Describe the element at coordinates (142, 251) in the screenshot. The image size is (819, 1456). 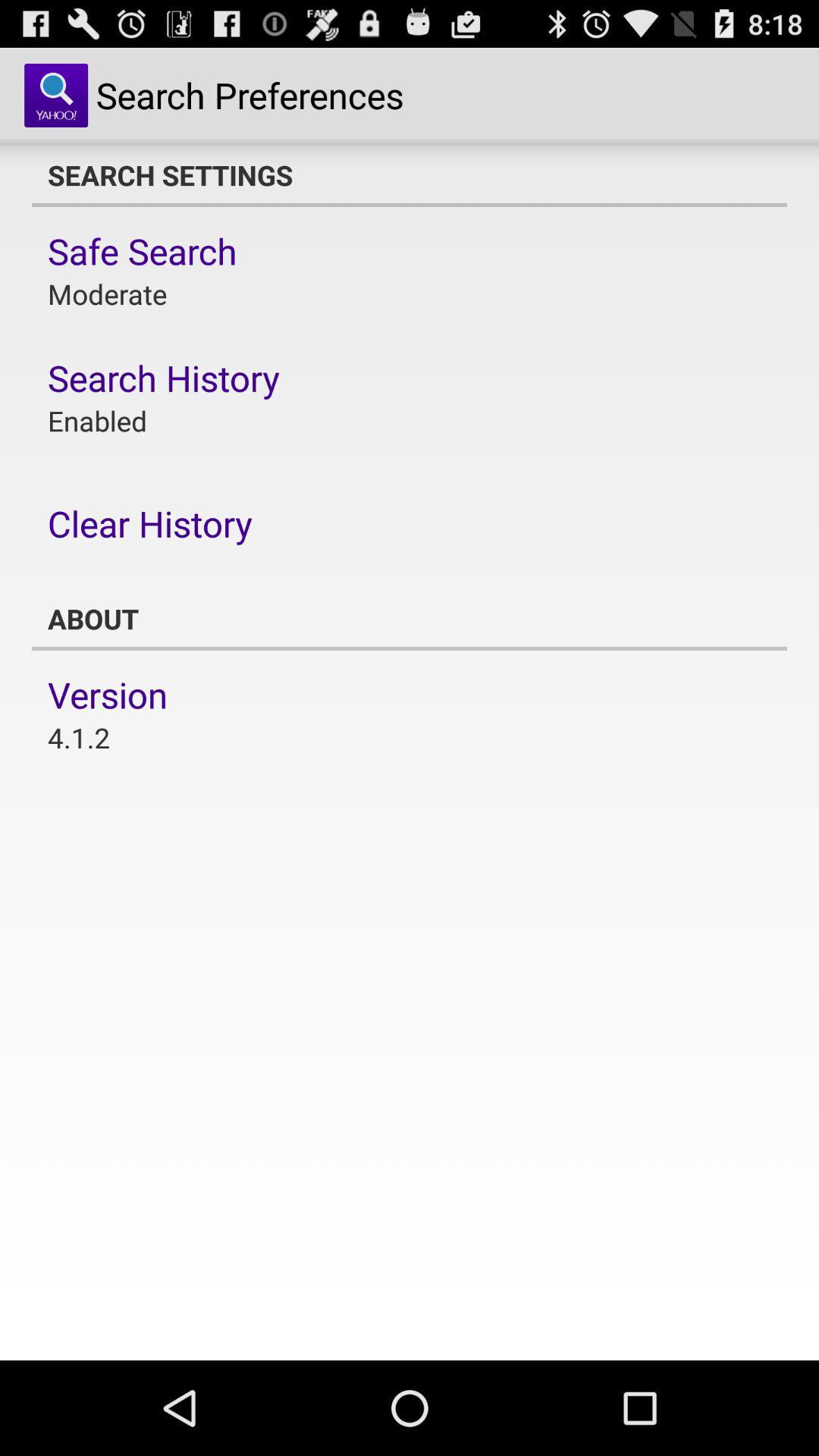
I see `the item below search settings app` at that location.